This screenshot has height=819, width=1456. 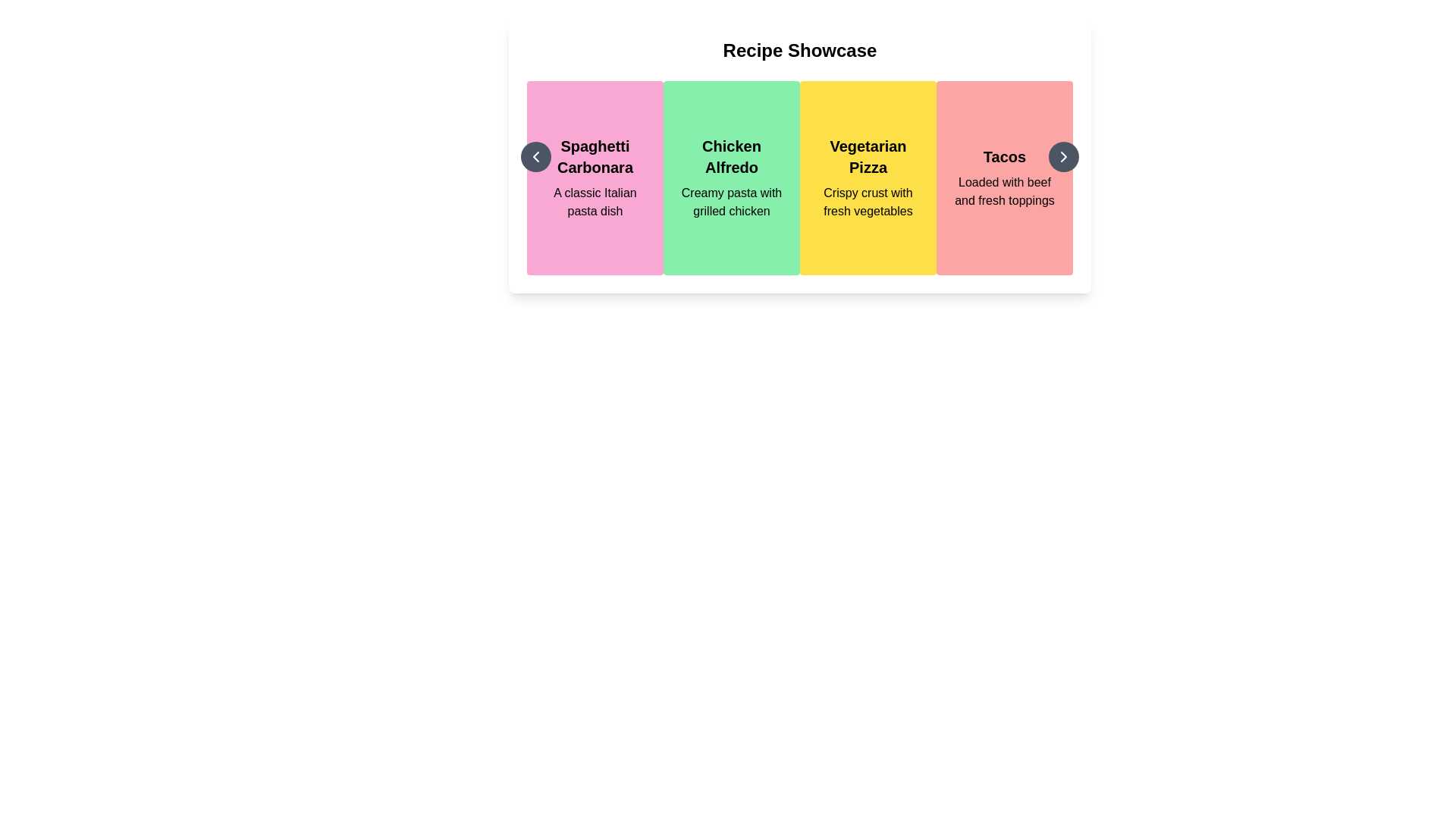 What do you see at coordinates (535, 157) in the screenshot?
I see `the leftward navigation chevron icon inside the circular button structure to potentially reveal a tooltip` at bounding box center [535, 157].